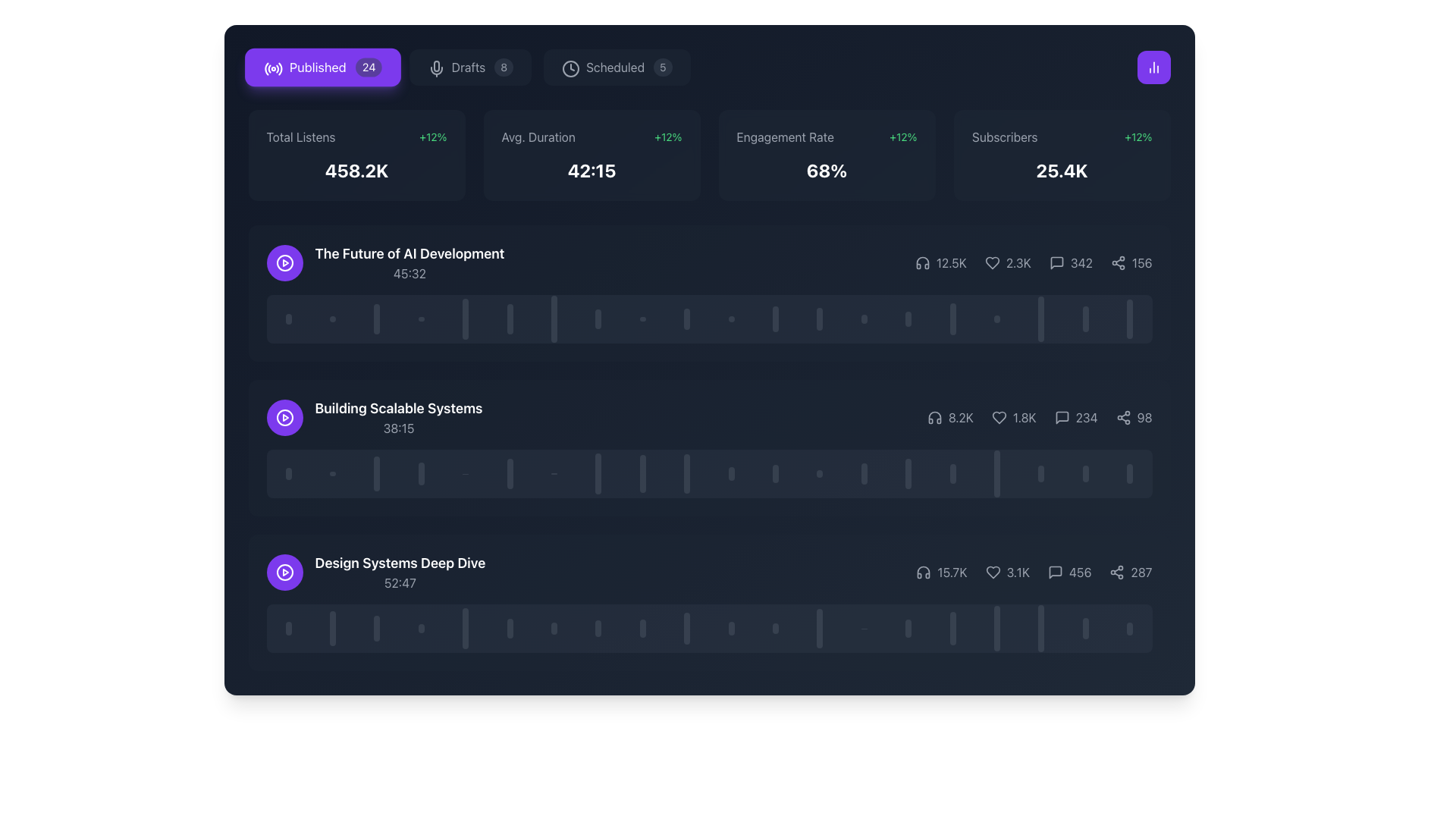 The height and width of the screenshot is (819, 1456). I want to click on value represented by the 16th vertical progress marker or histogram bar, which is a mid-gray, vertically elongated rectangle with rounded top and bottom, located in the second section of the visualized timeline, so click(952, 472).